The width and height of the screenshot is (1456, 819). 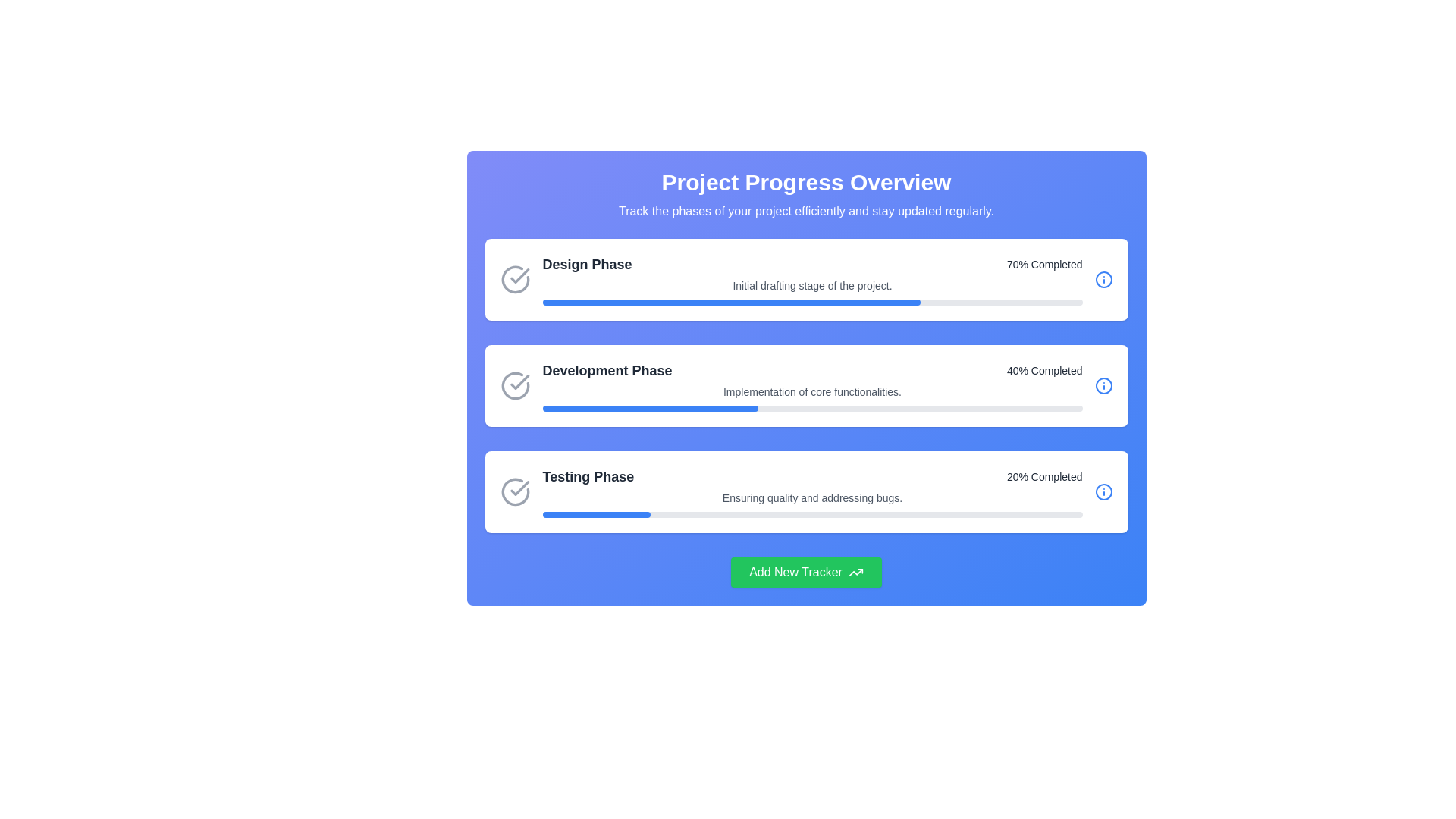 What do you see at coordinates (1103, 385) in the screenshot?
I see `the blue informational icon with a lowercase 'i' located at the right end of the 'Development Phase' section` at bounding box center [1103, 385].